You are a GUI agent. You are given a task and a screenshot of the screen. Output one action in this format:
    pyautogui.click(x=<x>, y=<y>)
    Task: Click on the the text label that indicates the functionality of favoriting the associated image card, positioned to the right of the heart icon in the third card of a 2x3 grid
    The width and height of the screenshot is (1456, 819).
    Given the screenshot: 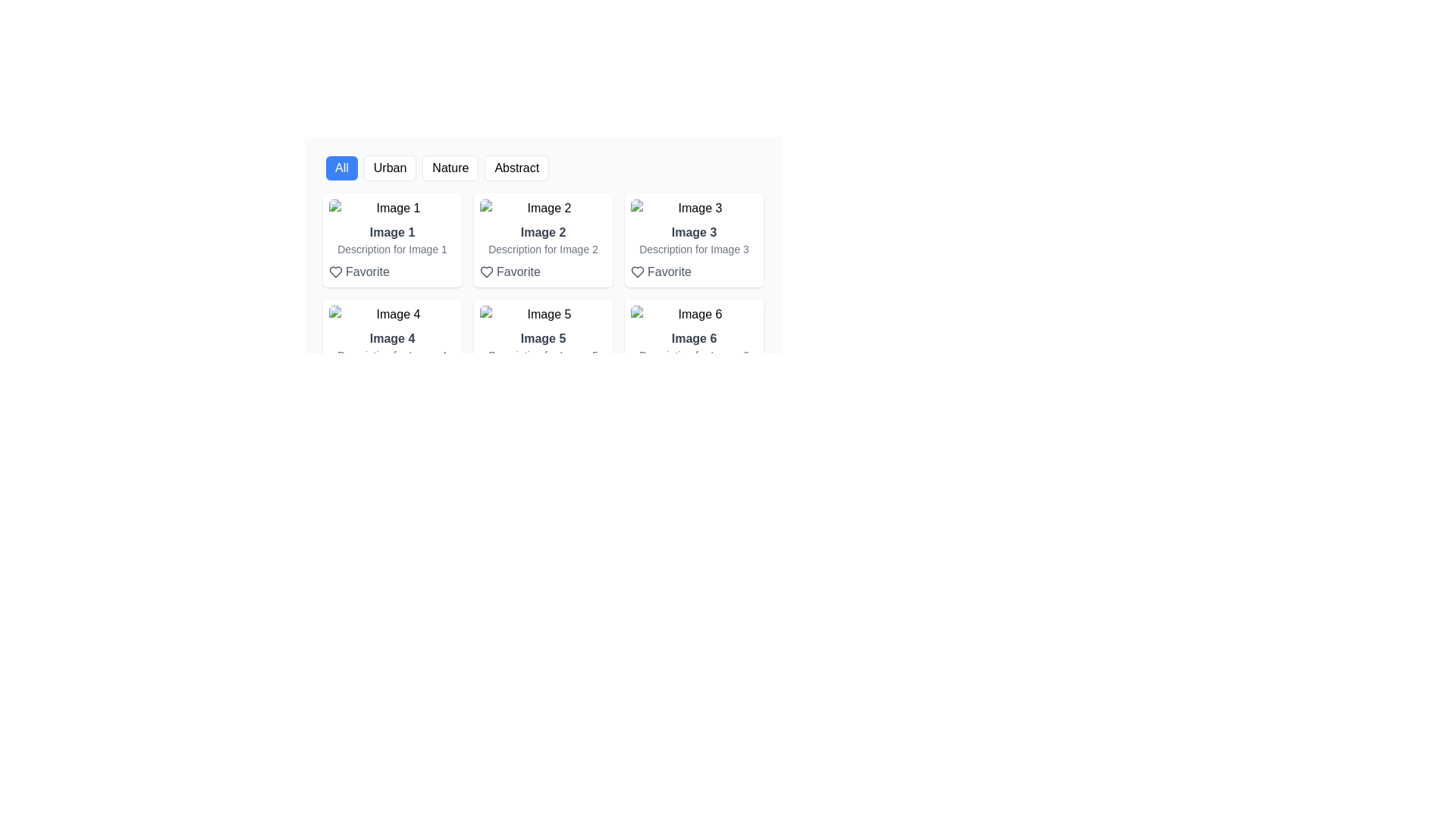 What is the action you would take?
    pyautogui.click(x=668, y=271)
    